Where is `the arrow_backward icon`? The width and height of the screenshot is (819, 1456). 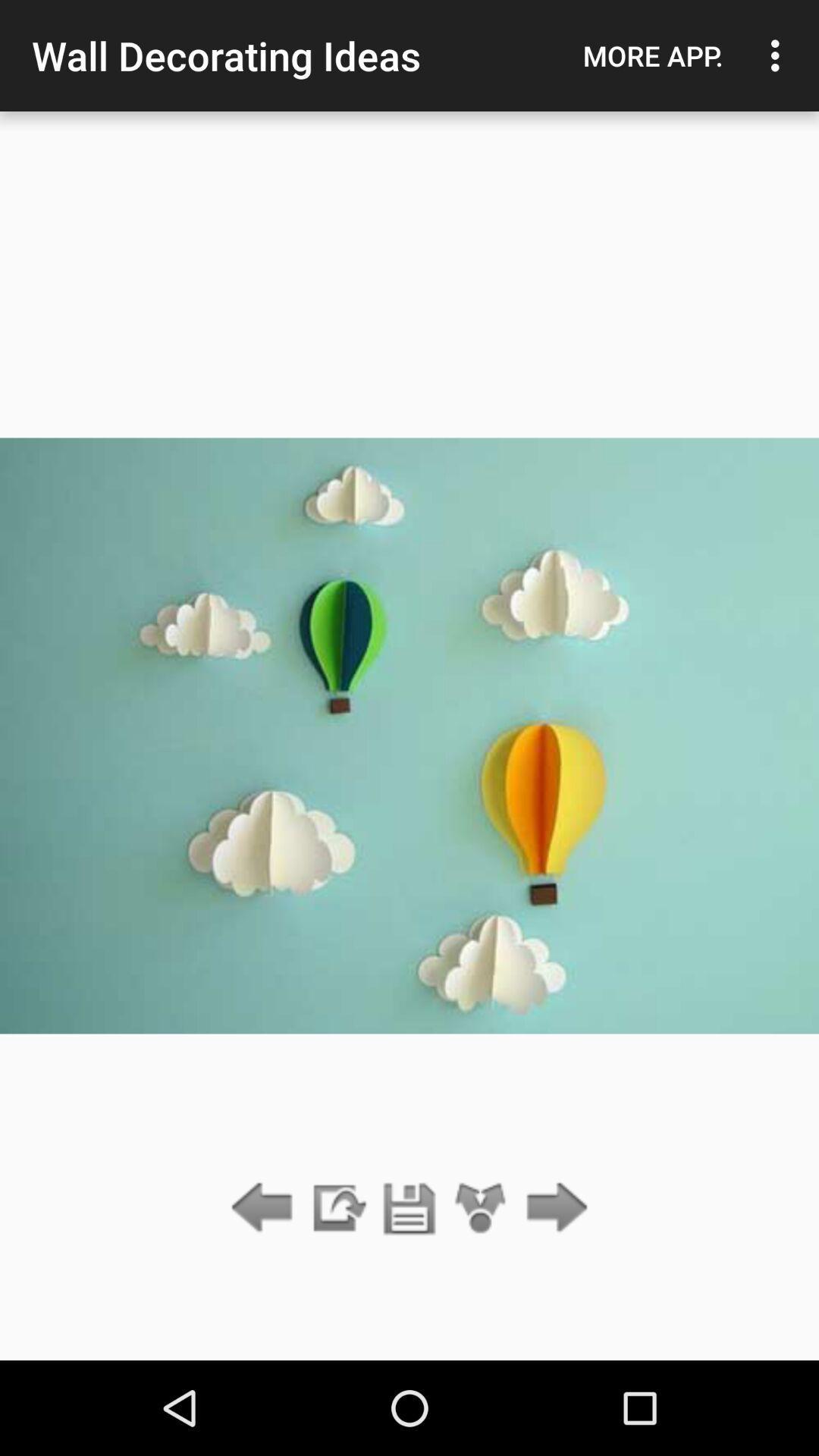
the arrow_backward icon is located at coordinates (265, 1208).